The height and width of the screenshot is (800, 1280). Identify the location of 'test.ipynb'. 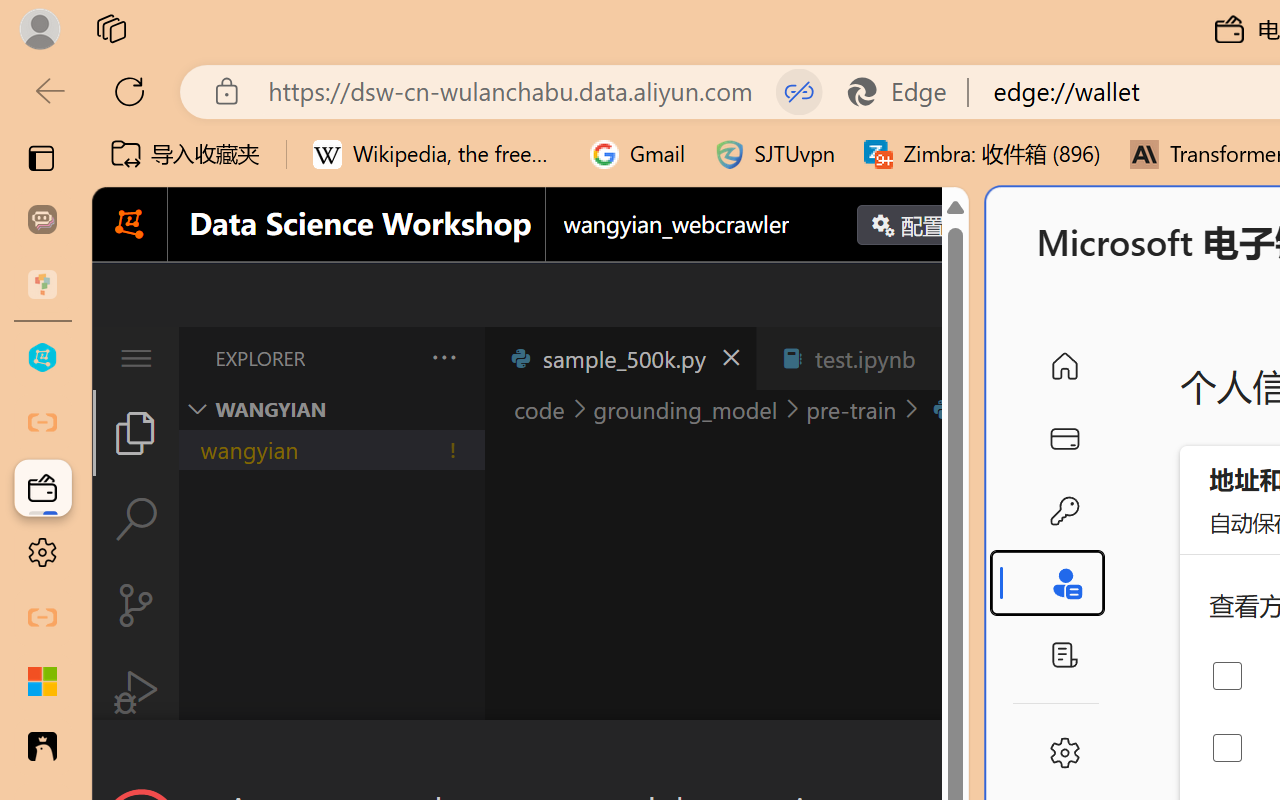
(864, 358).